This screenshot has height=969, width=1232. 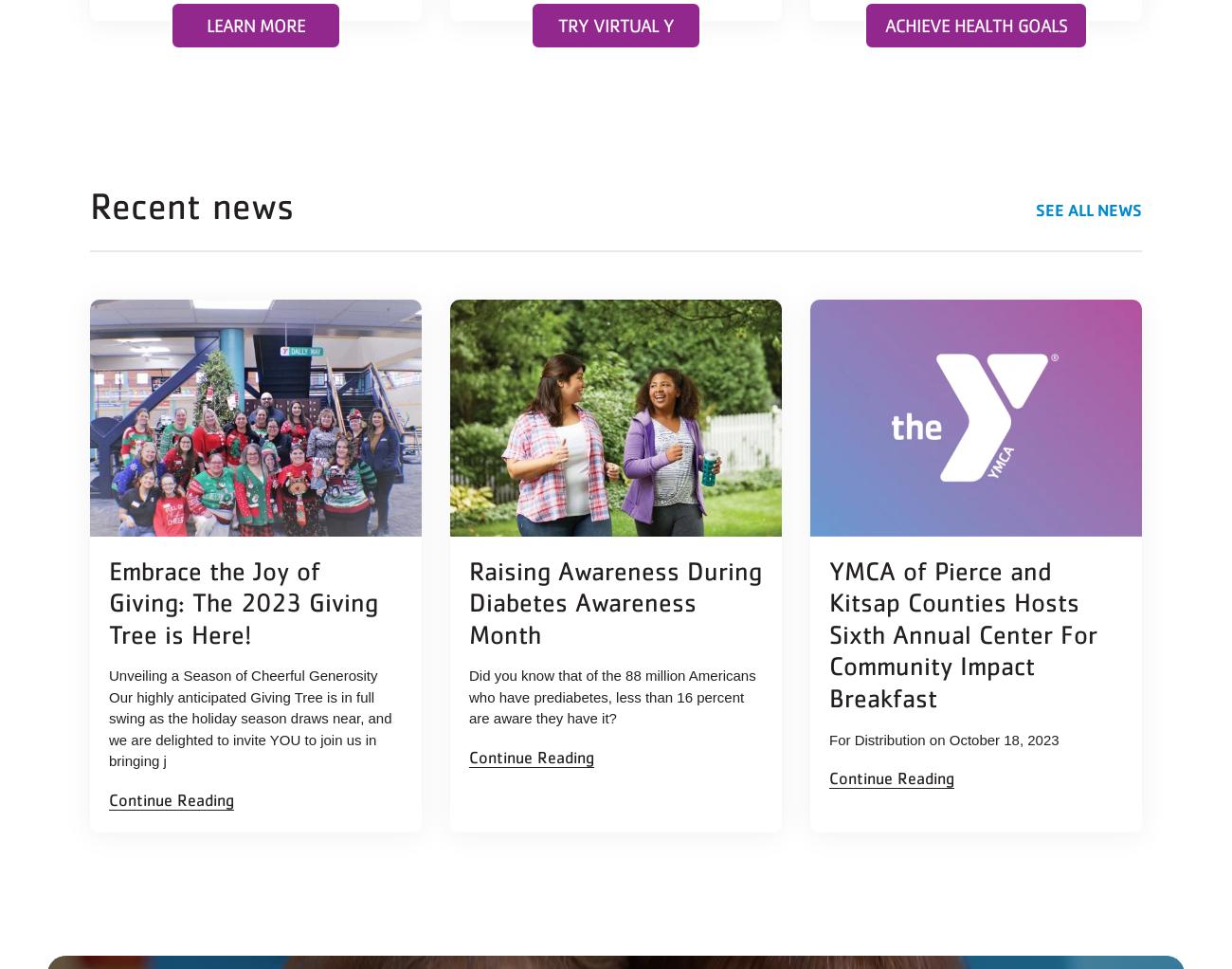 What do you see at coordinates (206, 24) in the screenshot?
I see `'Learn More'` at bounding box center [206, 24].